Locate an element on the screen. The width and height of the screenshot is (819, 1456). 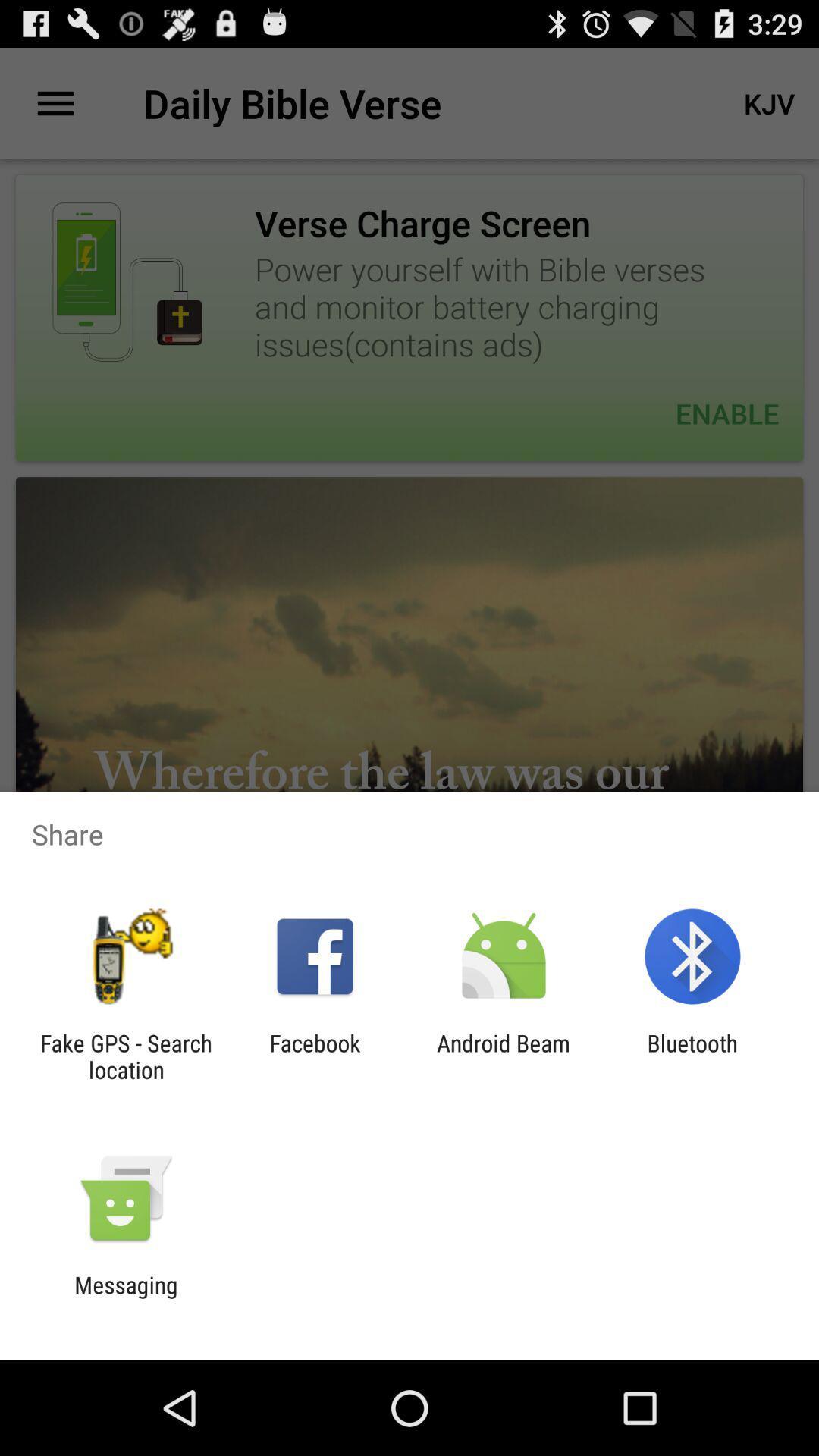
app next to the fake gps search item is located at coordinates (314, 1056).